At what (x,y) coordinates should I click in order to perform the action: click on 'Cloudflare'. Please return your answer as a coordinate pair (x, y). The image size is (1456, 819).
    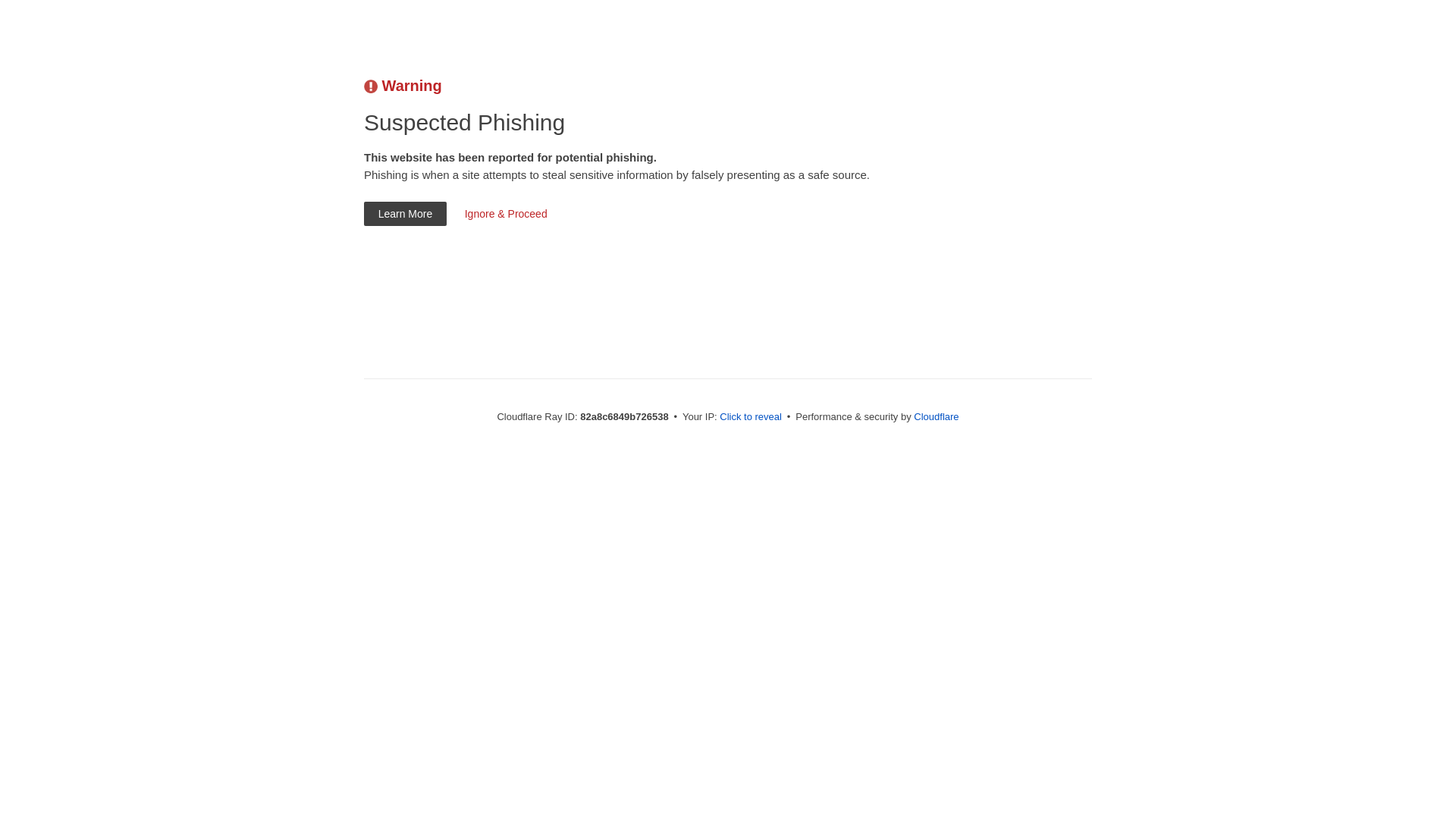
    Looking at the image, I should click on (935, 416).